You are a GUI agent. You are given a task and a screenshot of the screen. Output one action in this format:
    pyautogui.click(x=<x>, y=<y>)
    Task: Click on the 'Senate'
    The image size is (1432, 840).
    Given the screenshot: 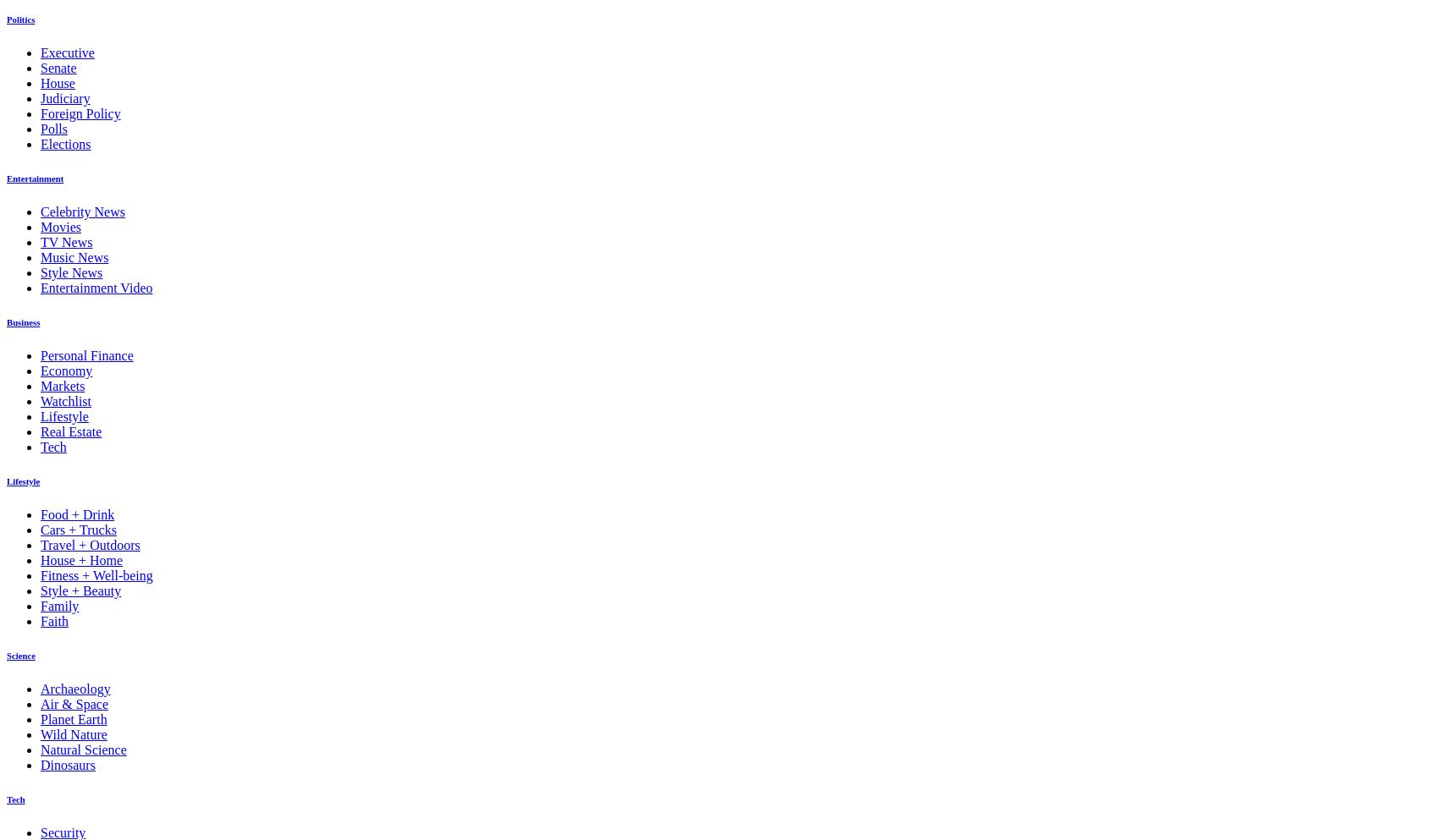 What is the action you would take?
    pyautogui.click(x=58, y=67)
    